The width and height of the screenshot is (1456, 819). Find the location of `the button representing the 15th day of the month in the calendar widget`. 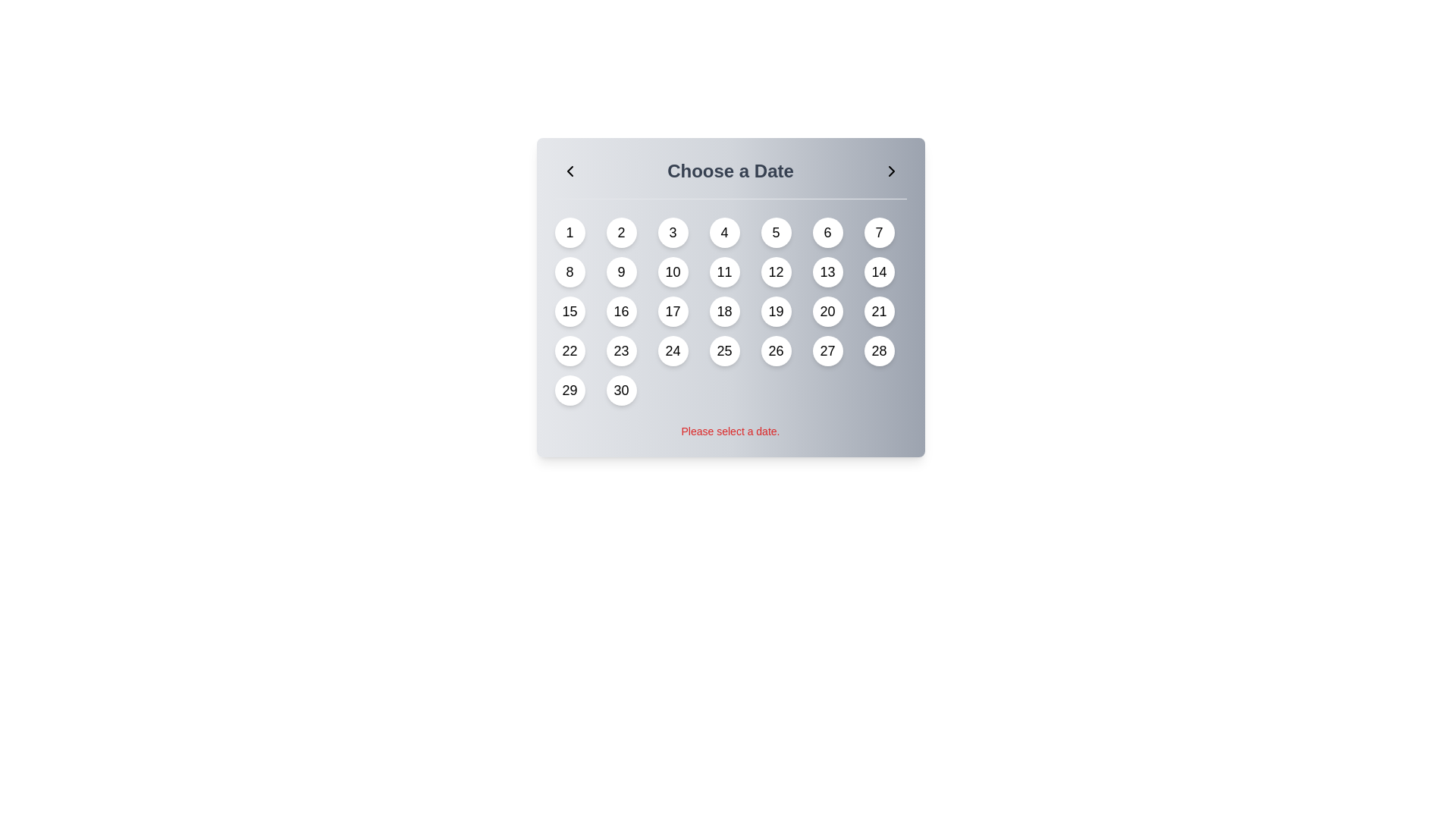

the button representing the 15th day of the month in the calendar widget is located at coordinates (569, 311).